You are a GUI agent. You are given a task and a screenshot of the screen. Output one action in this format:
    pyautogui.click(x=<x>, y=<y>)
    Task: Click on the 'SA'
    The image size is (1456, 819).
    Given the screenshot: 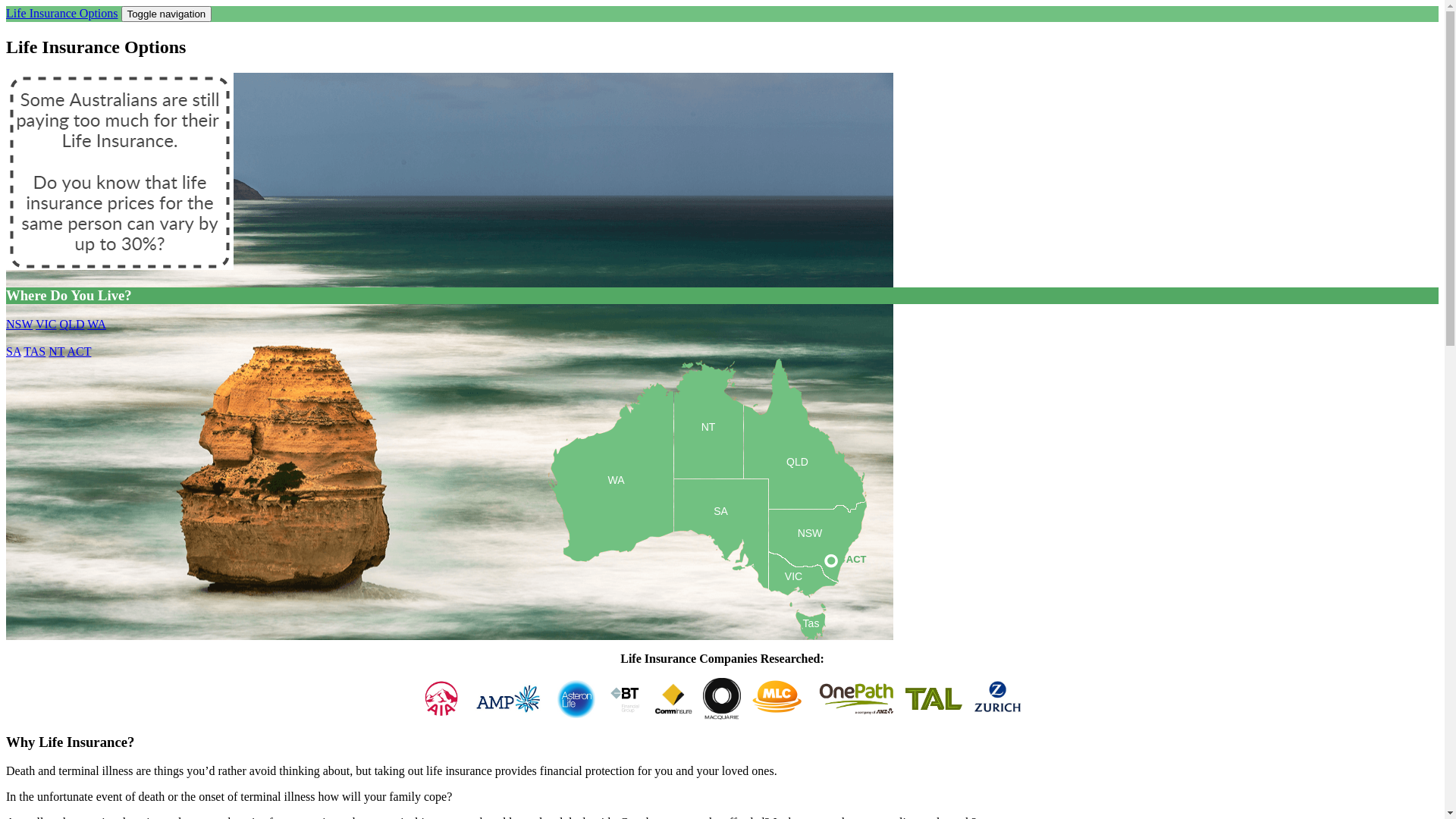 What is the action you would take?
    pyautogui.click(x=6, y=351)
    